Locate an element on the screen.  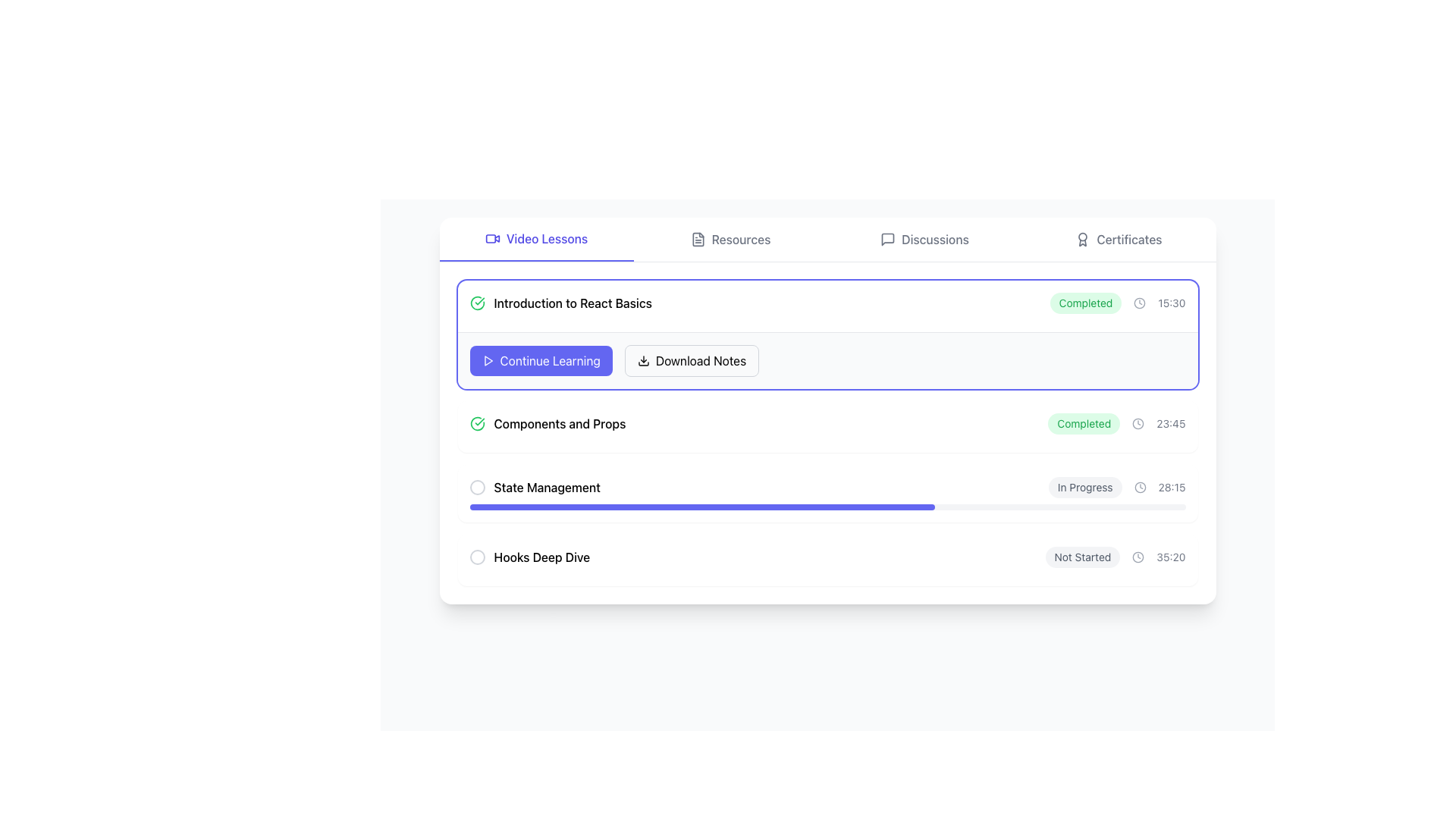
the progress bar located under the 'State Management' section, beneath the text 'In Progress' and the timer '28:15'. This thin, horizontal rectangular element has a gray background with a blue filled portion indicating progress is located at coordinates (827, 507).